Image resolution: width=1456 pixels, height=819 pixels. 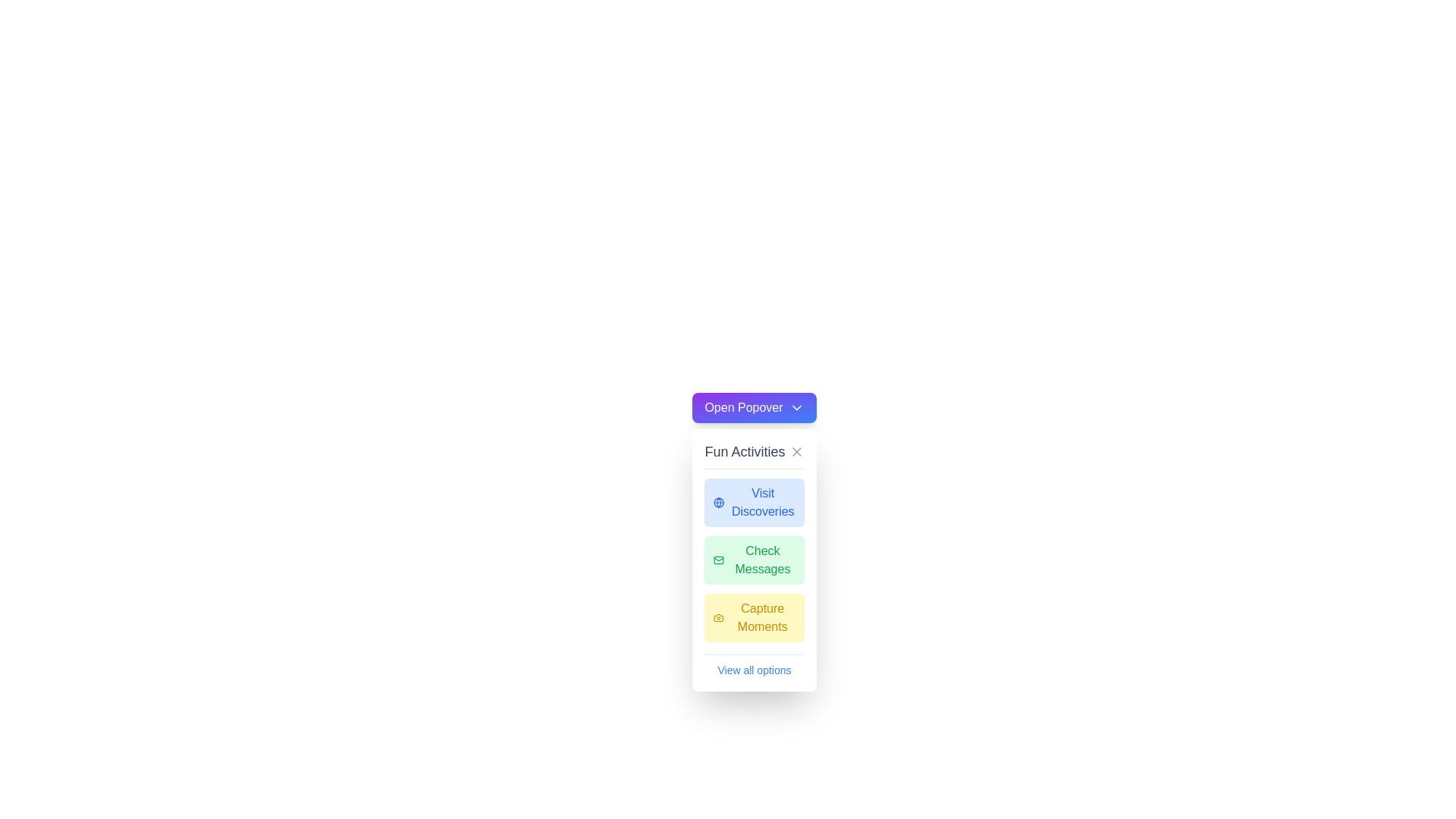 What do you see at coordinates (754, 406) in the screenshot?
I see `the 'Open Popover' button with a gradient background` at bounding box center [754, 406].